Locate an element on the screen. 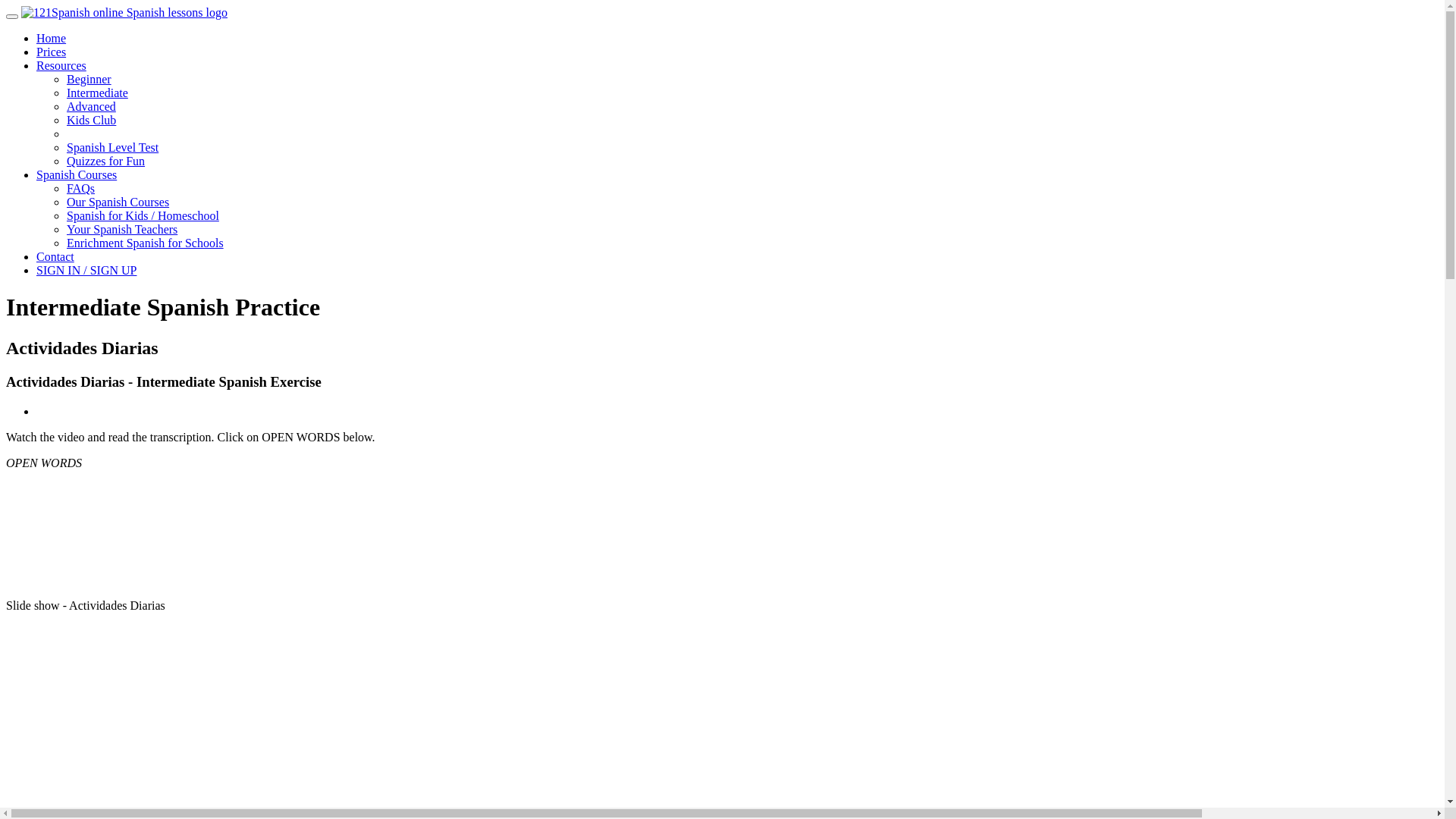 The width and height of the screenshot is (1456, 819). 'Enrichment Spanish for Schools' is located at coordinates (145, 242).